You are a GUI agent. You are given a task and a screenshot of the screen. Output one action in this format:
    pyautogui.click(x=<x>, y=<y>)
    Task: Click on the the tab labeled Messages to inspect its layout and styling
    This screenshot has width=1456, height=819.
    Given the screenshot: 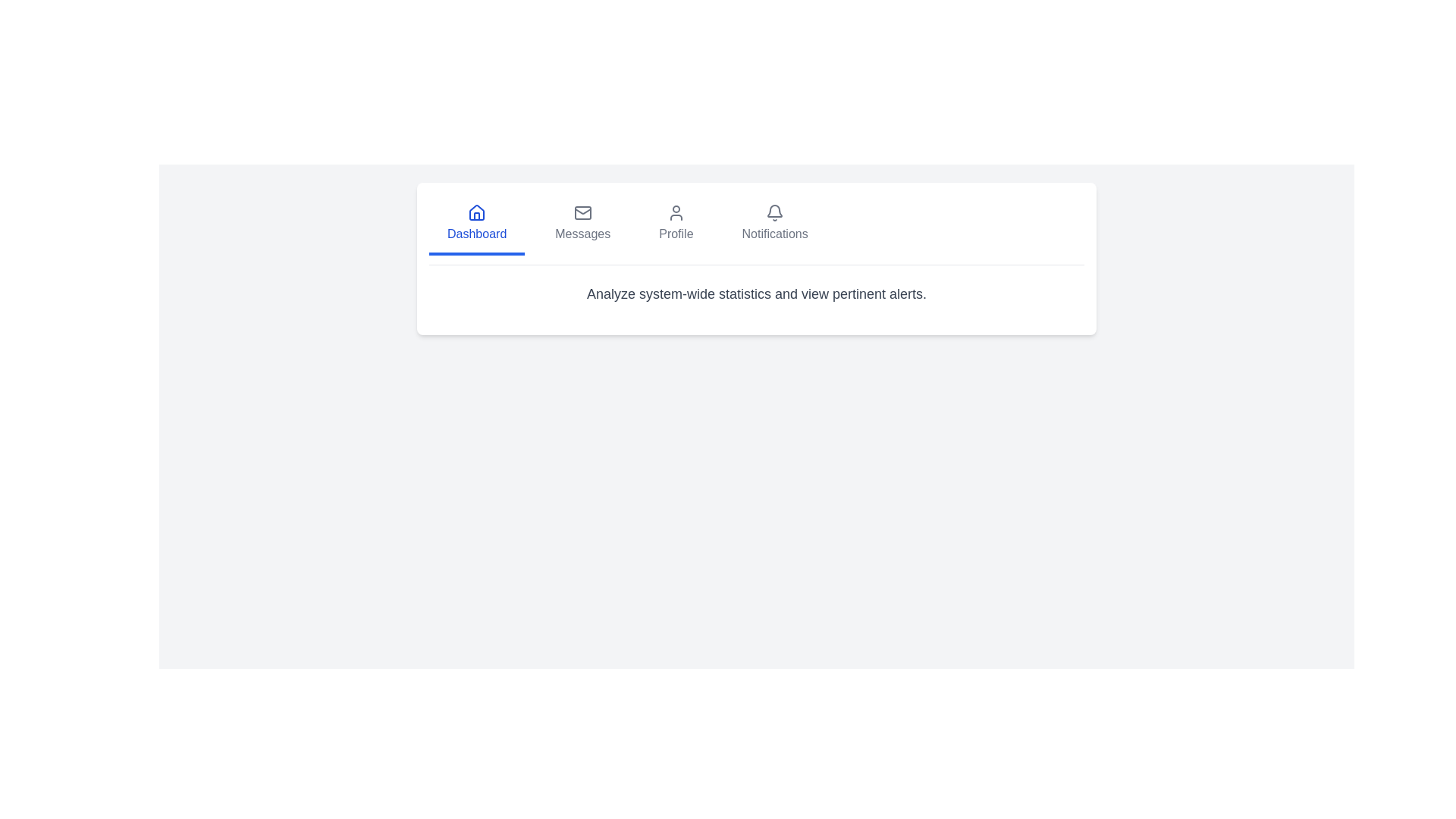 What is the action you would take?
    pyautogui.click(x=582, y=225)
    